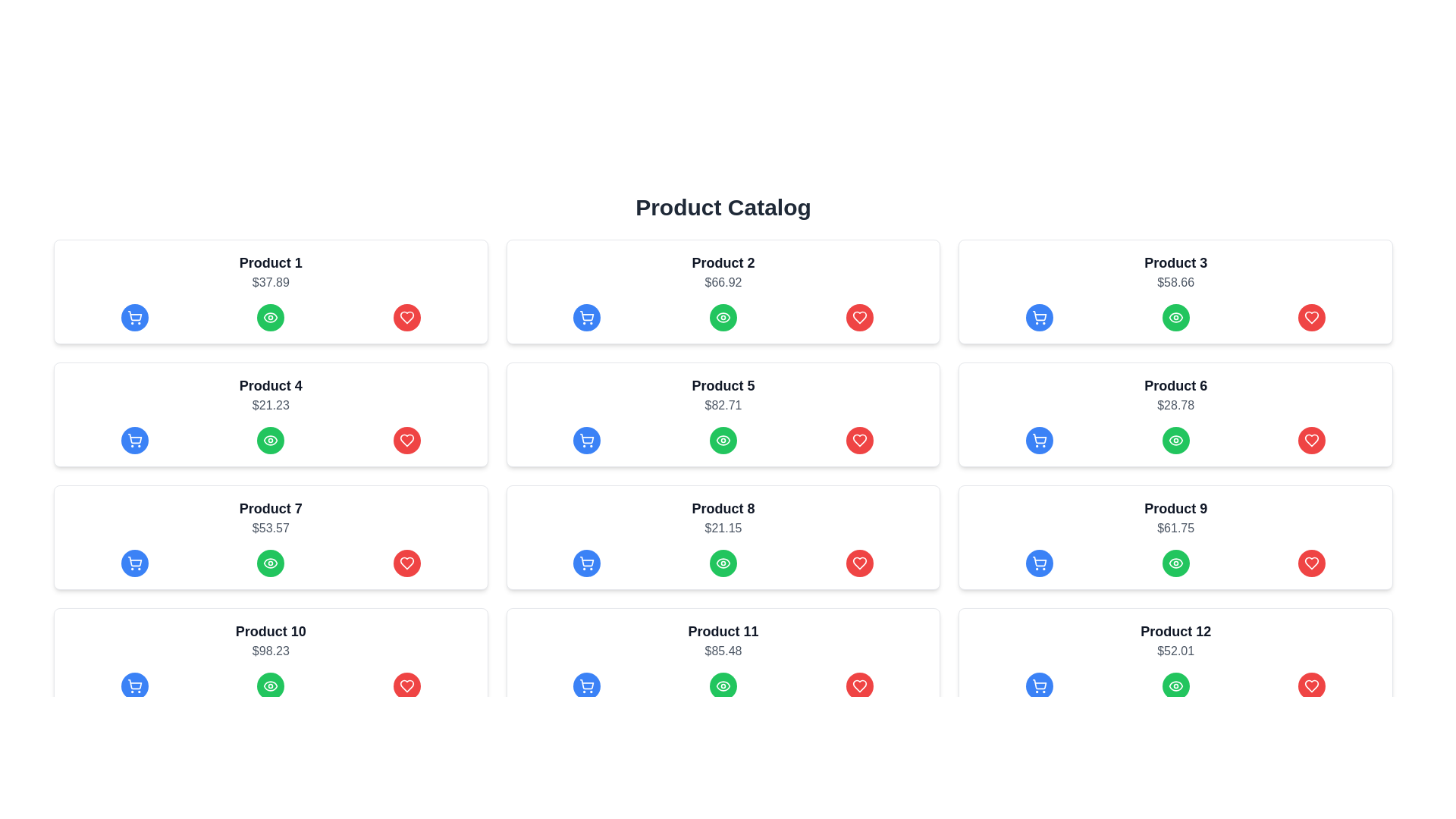  Describe the element at coordinates (1175, 262) in the screenshot. I see `the text label displaying 'Product 3', which is styled with a larger font size, bold weight, and dark gray color, located in the third card of the product catalog grid` at that location.